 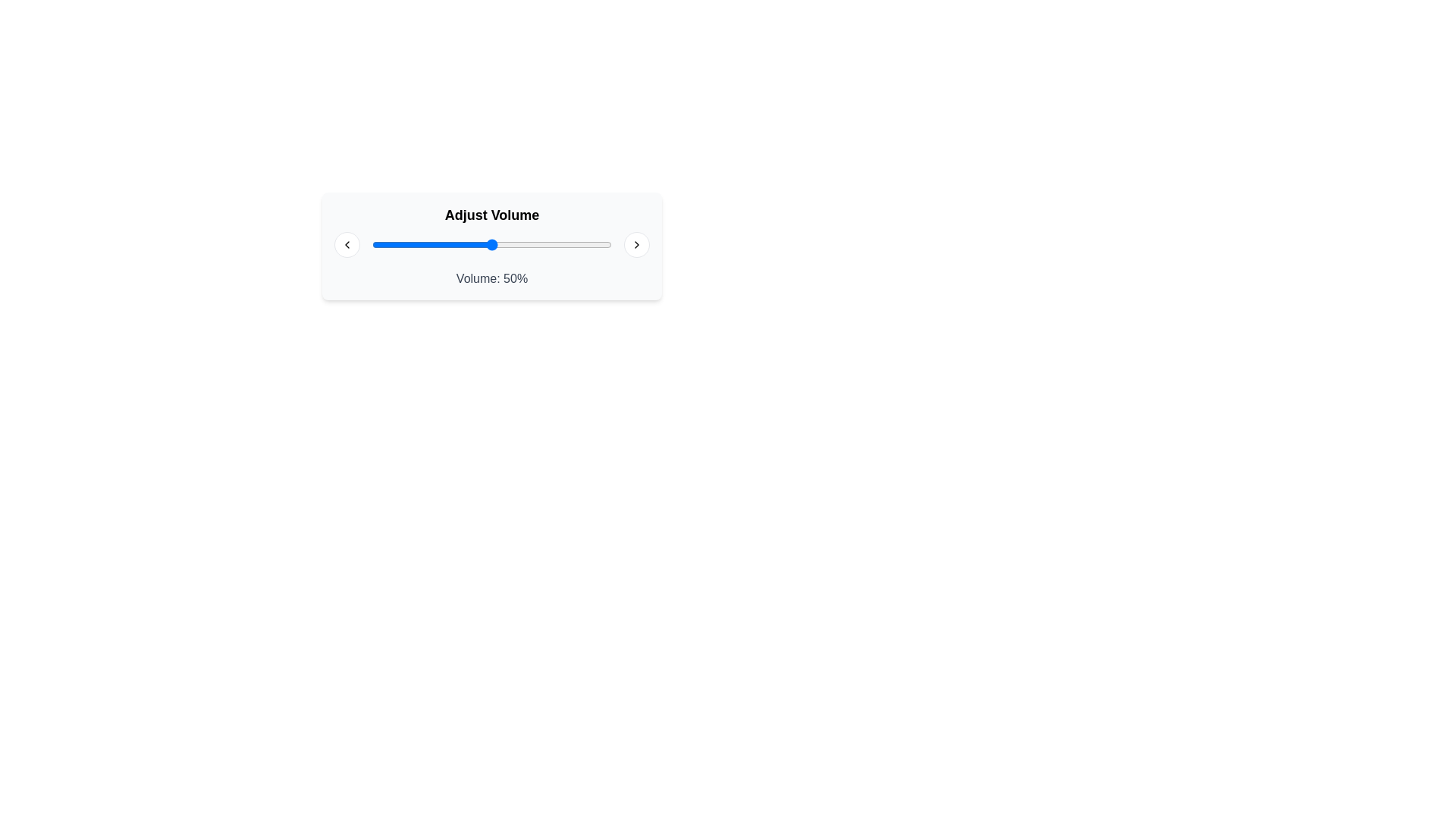 I want to click on the slider, so click(x=394, y=244).